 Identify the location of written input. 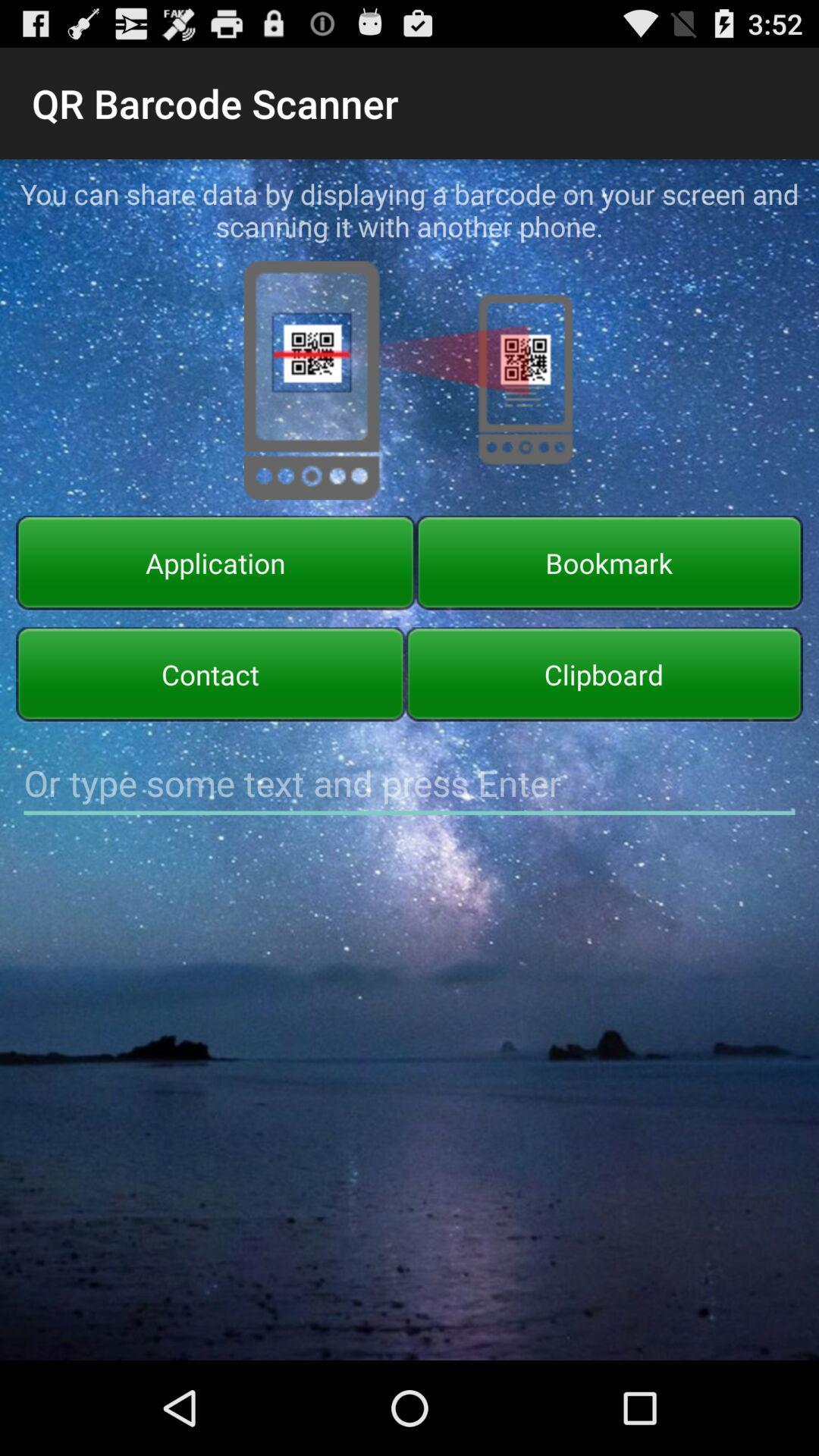
(409, 783).